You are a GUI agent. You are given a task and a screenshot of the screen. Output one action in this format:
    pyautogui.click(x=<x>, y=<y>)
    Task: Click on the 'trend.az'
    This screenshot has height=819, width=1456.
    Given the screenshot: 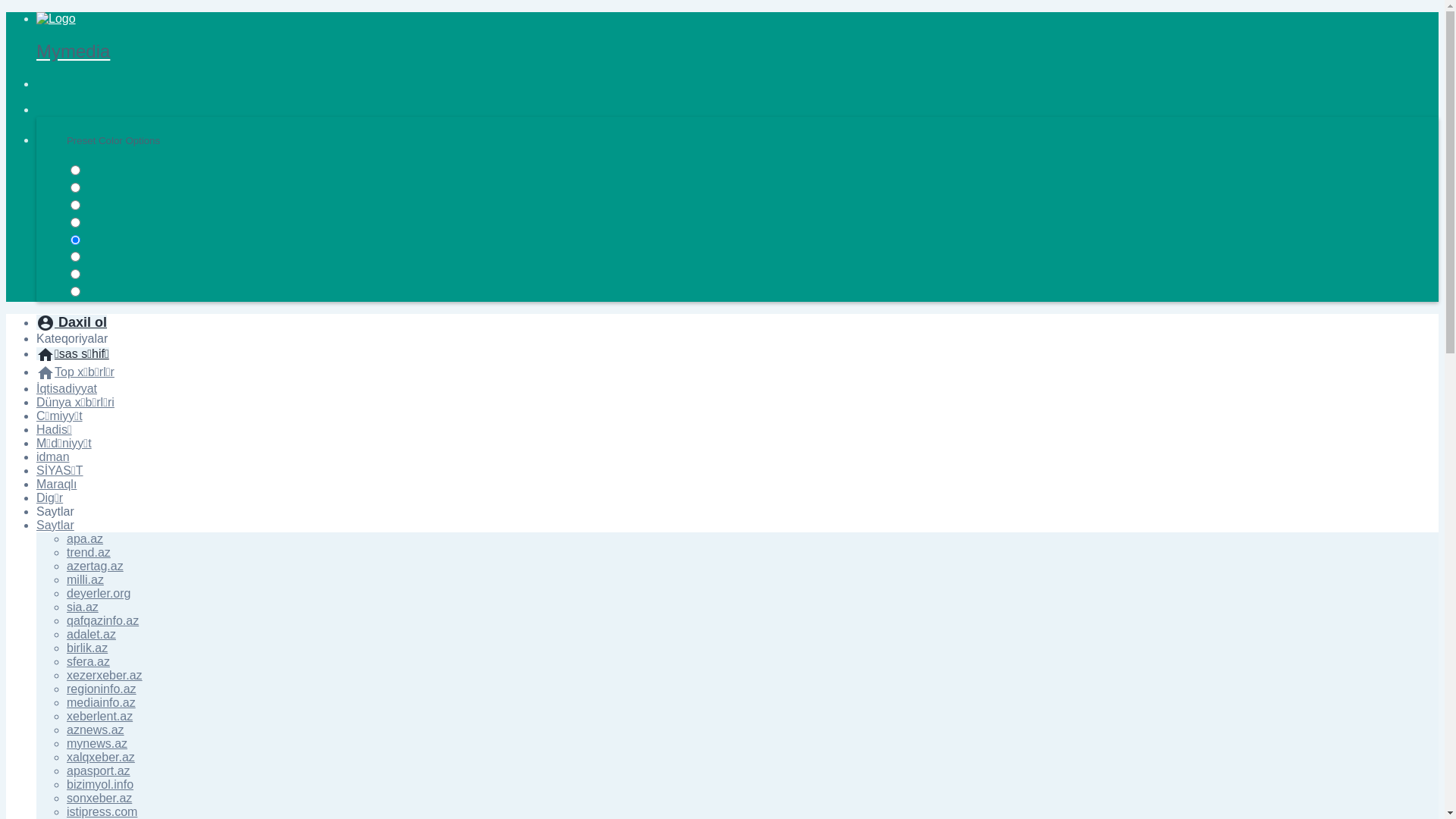 What is the action you would take?
    pyautogui.click(x=87, y=552)
    